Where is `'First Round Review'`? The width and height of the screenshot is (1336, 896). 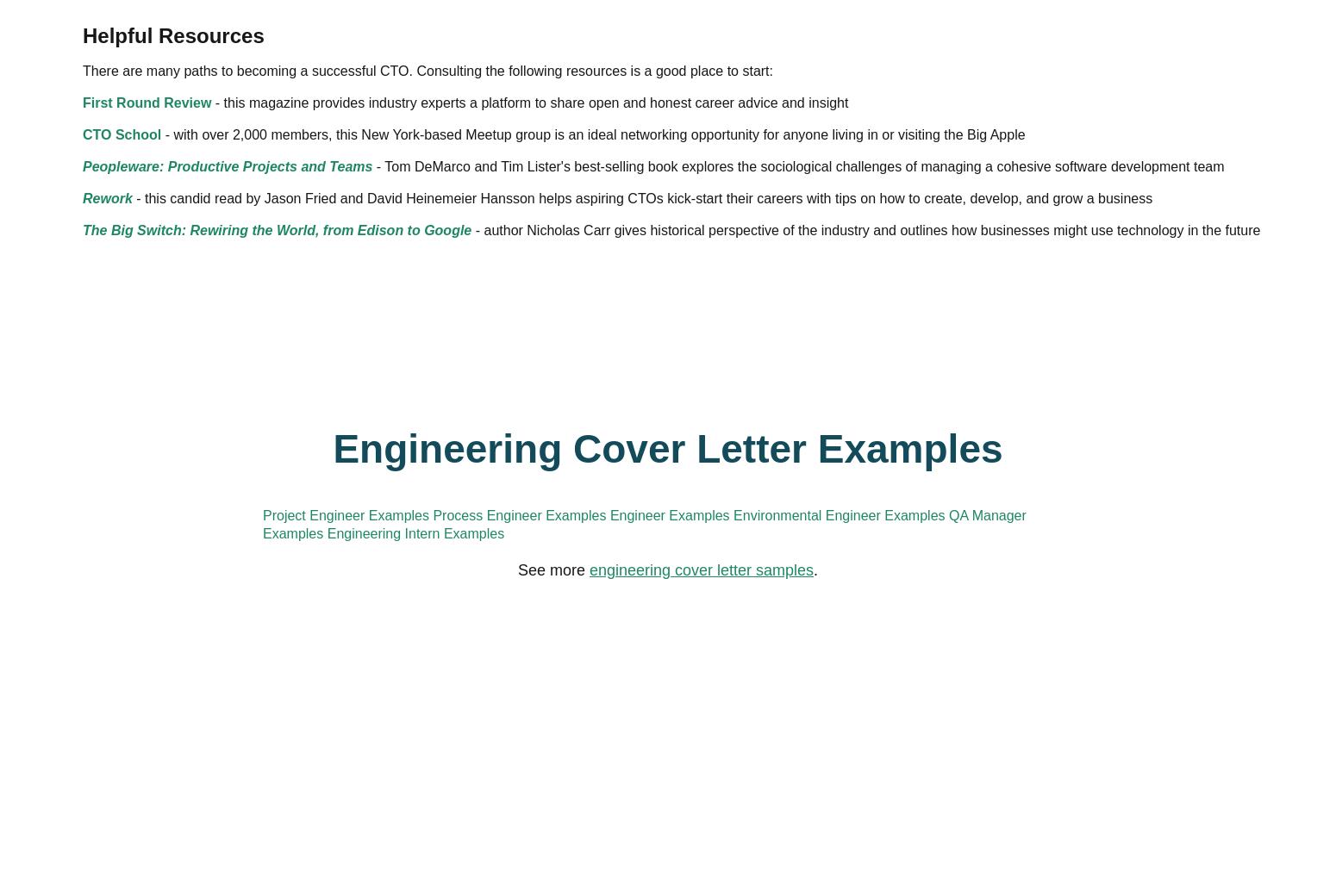 'First Round Review' is located at coordinates (436, 258).